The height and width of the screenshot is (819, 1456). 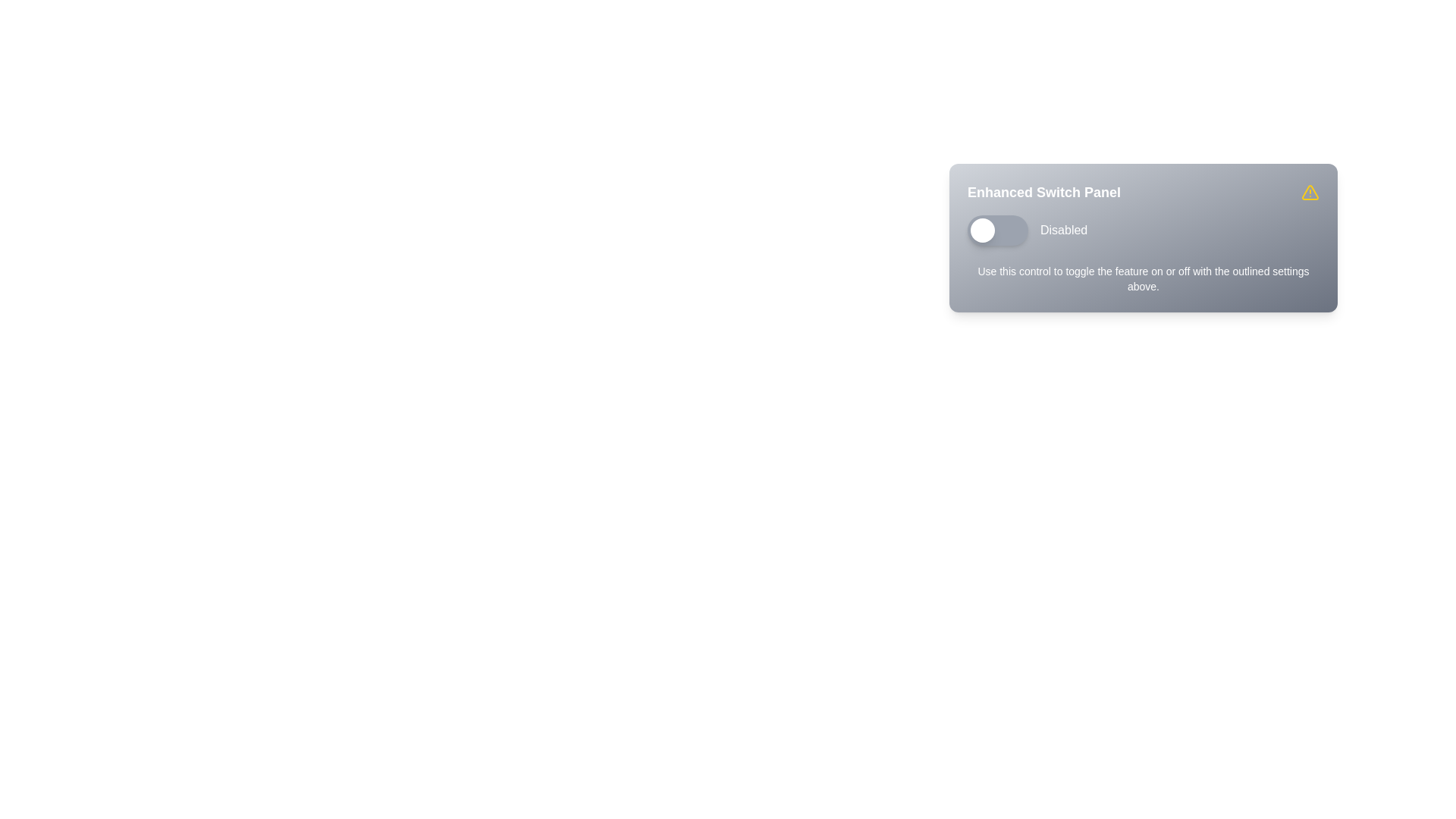 I want to click on the warning alert SVG graphic located in the top-right corner of the gray 'Enhanced Switch Panel', so click(x=1310, y=192).